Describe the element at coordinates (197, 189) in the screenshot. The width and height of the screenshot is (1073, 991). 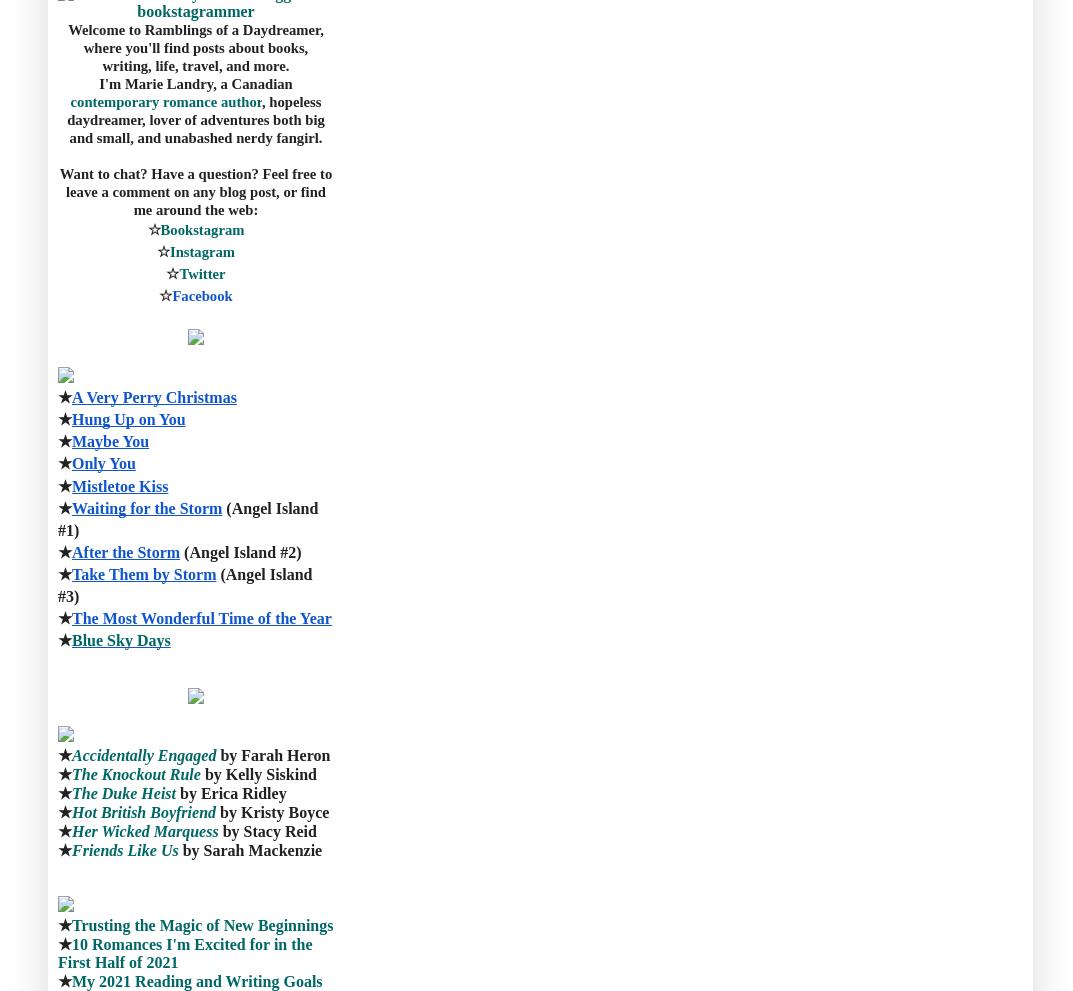
I see `'Want to chat? Have a question? Feel free to leave a comment on any blog post, or find me around the web:'` at that location.